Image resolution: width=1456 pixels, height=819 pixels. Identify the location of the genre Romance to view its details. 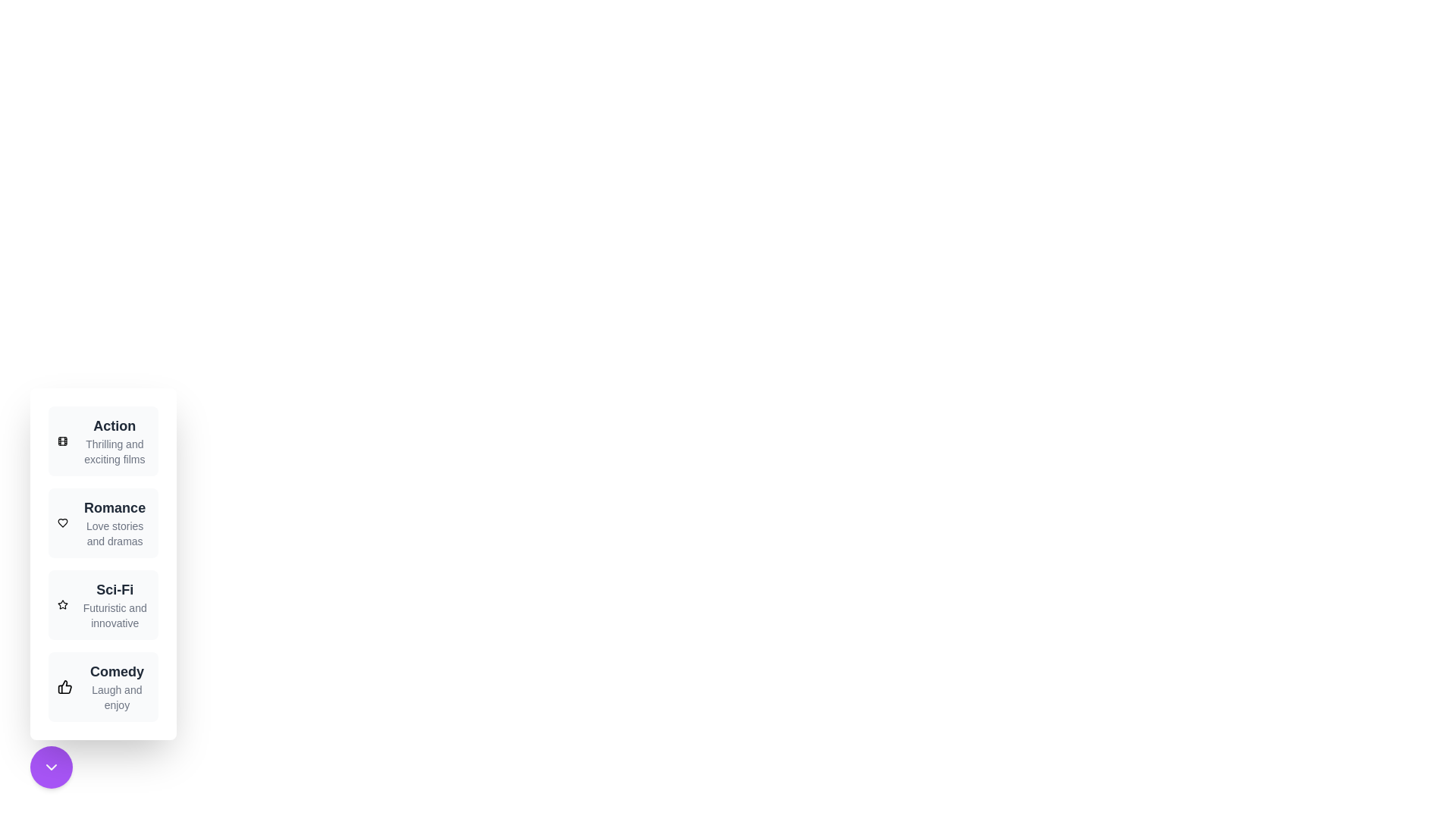
(102, 522).